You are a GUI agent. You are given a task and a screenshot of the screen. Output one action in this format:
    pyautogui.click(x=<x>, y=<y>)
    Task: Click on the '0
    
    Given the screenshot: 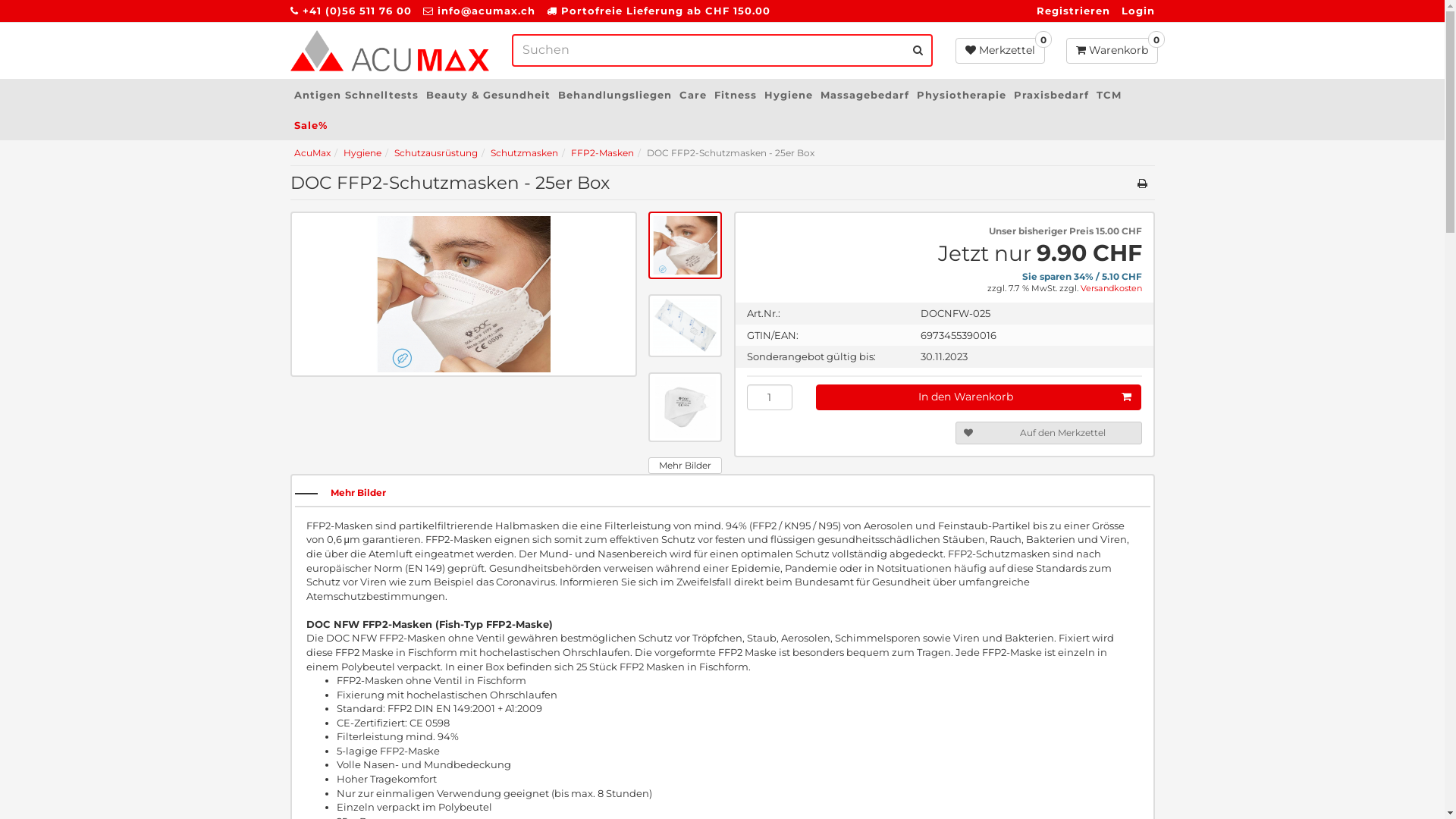 What is the action you would take?
    pyautogui.click(x=1112, y=49)
    